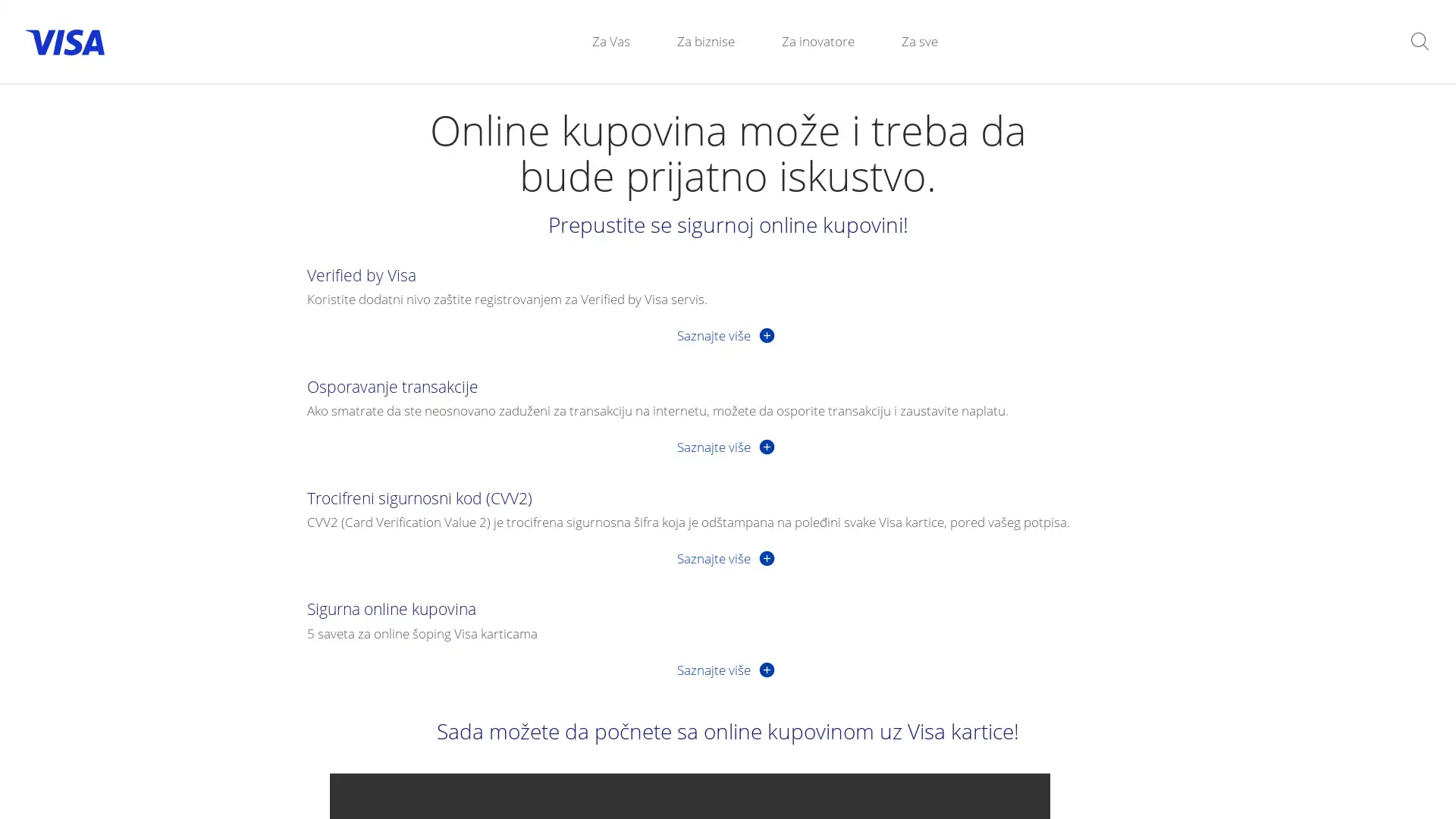 This screenshot has height=819, width=1456. What do you see at coordinates (726, 557) in the screenshot?
I see `Saznajte vise` at bounding box center [726, 557].